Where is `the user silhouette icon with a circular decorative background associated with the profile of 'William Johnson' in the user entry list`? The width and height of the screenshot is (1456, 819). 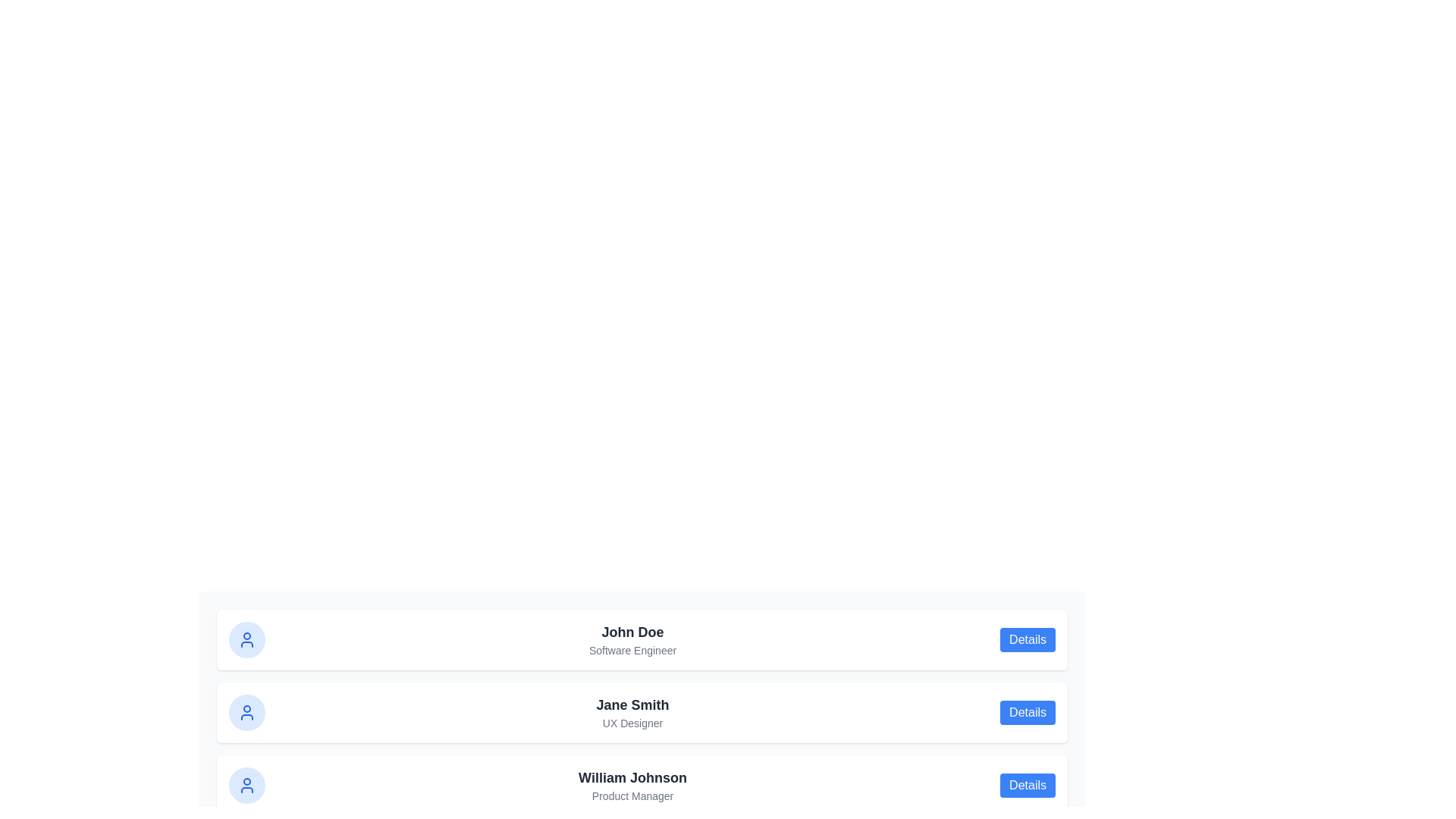 the user silhouette icon with a circular decorative background associated with the profile of 'William Johnson' in the user entry list is located at coordinates (247, 785).